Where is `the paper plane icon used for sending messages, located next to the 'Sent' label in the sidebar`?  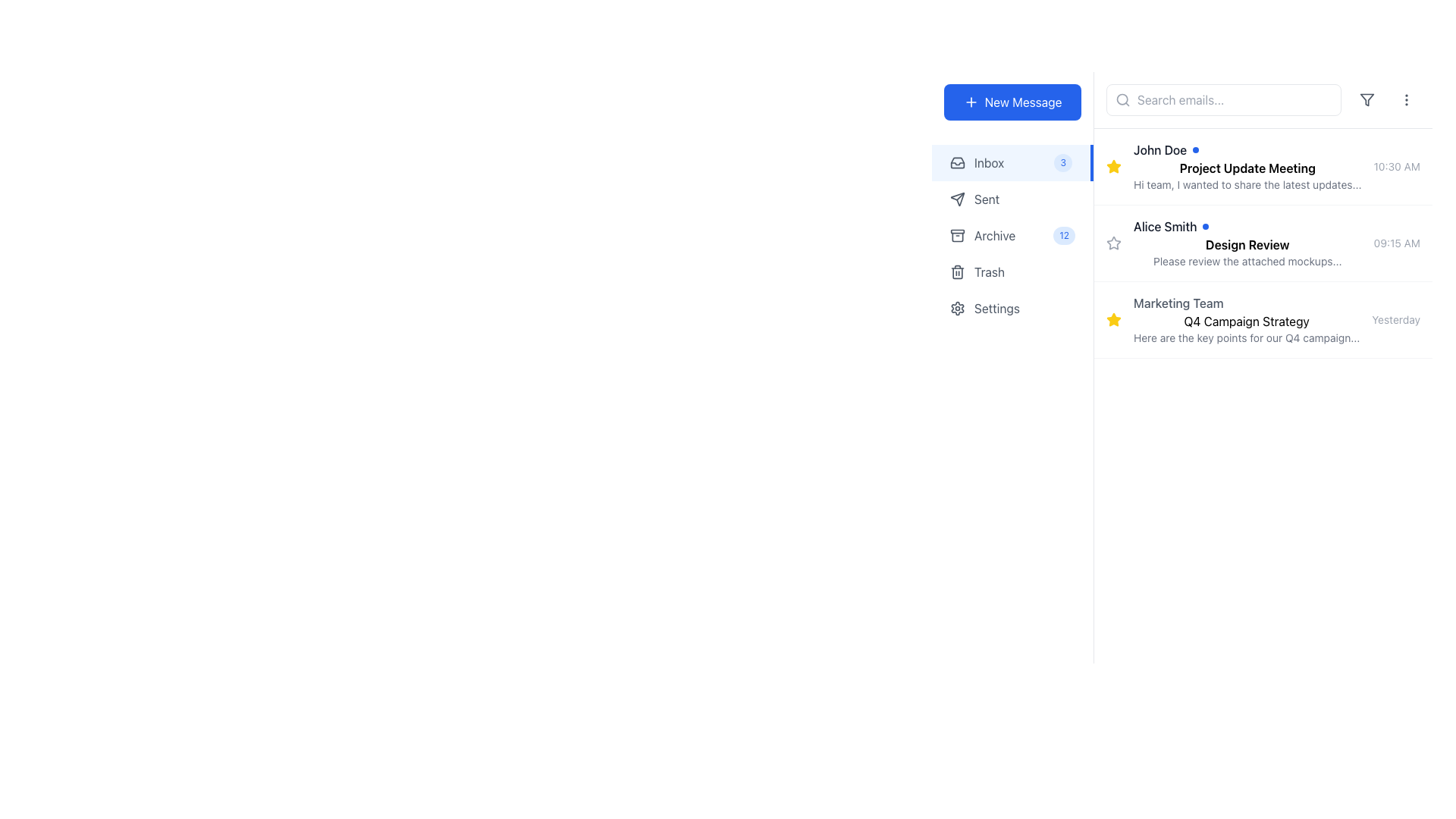
the paper plane icon used for sending messages, located next to the 'Sent' label in the sidebar is located at coordinates (956, 198).